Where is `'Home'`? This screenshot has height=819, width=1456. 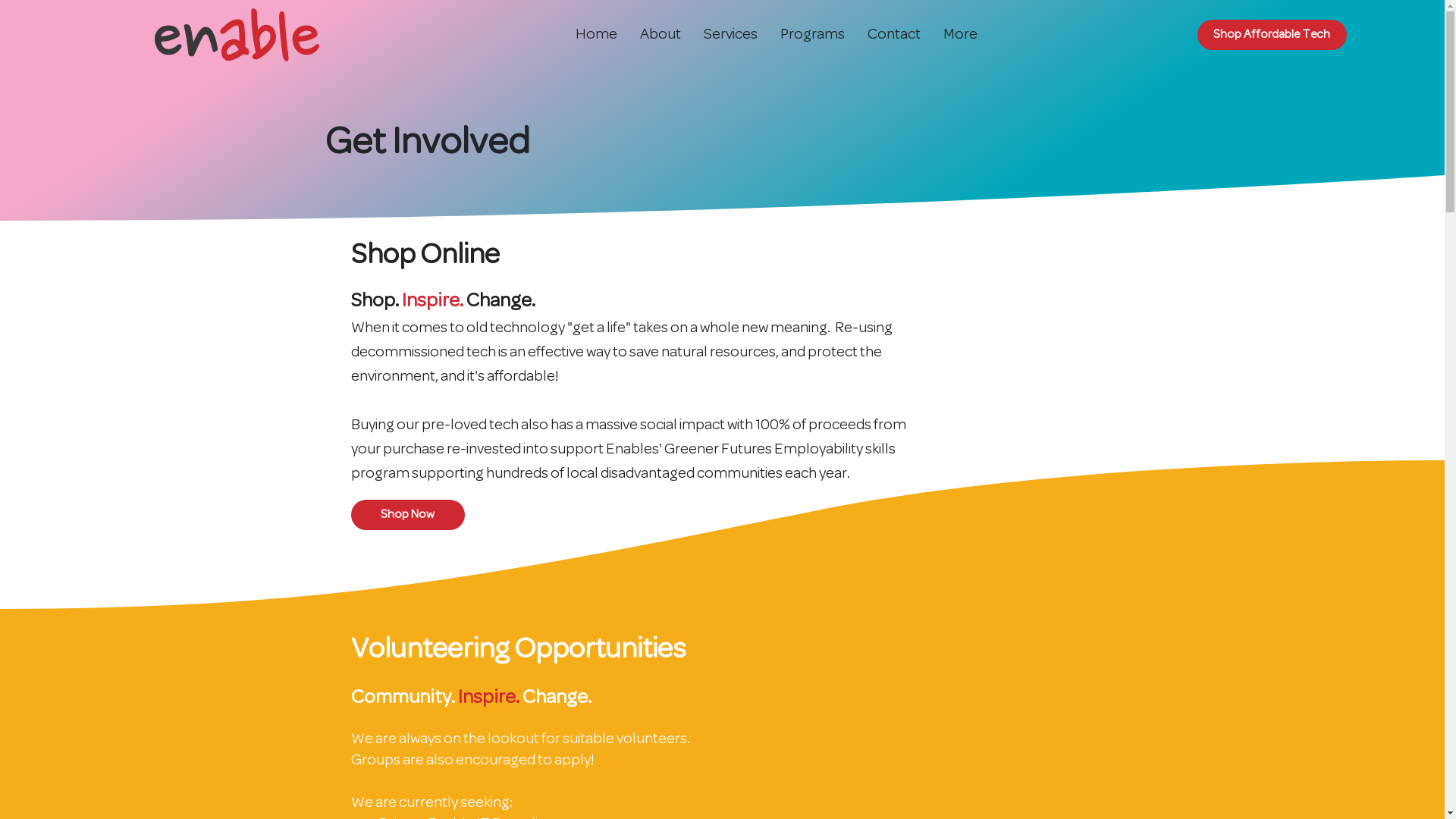
'Home' is located at coordinates (595, 34).